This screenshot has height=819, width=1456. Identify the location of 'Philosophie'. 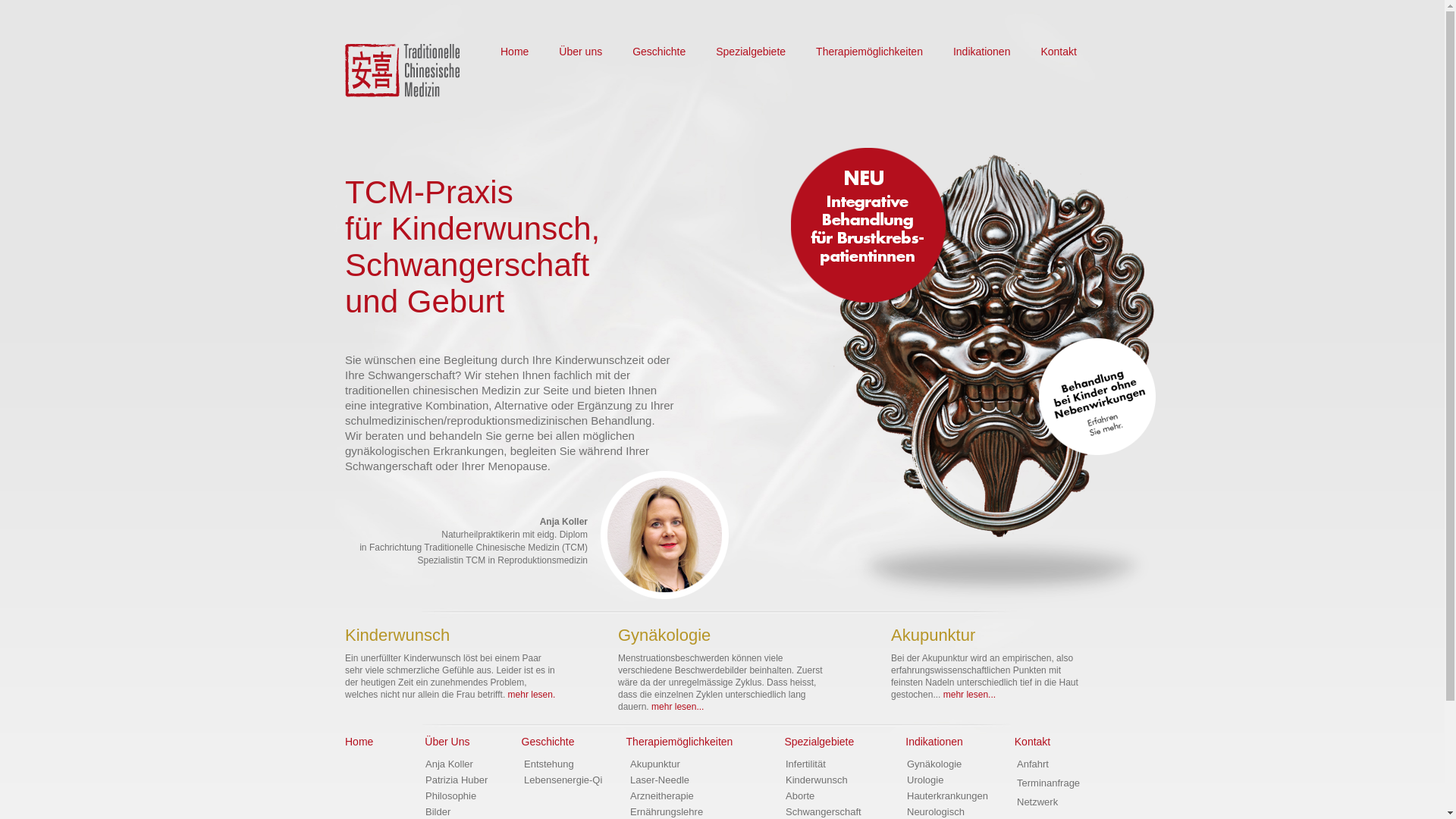
(450, 795).